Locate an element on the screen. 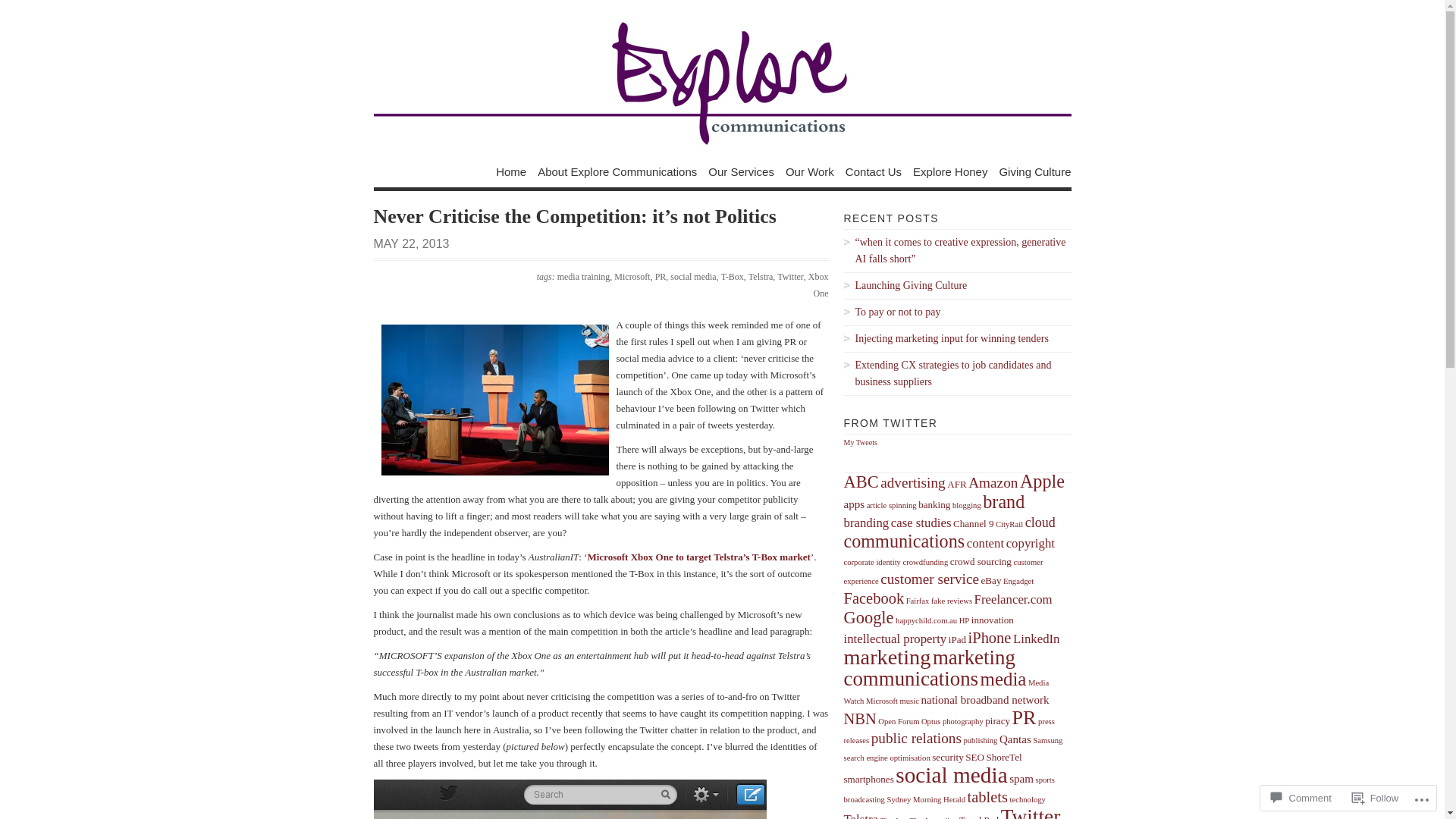 The height and width of the screenshot is (819, 1456). 'Launching Giving Culture' is located at coordinates (956, 286).